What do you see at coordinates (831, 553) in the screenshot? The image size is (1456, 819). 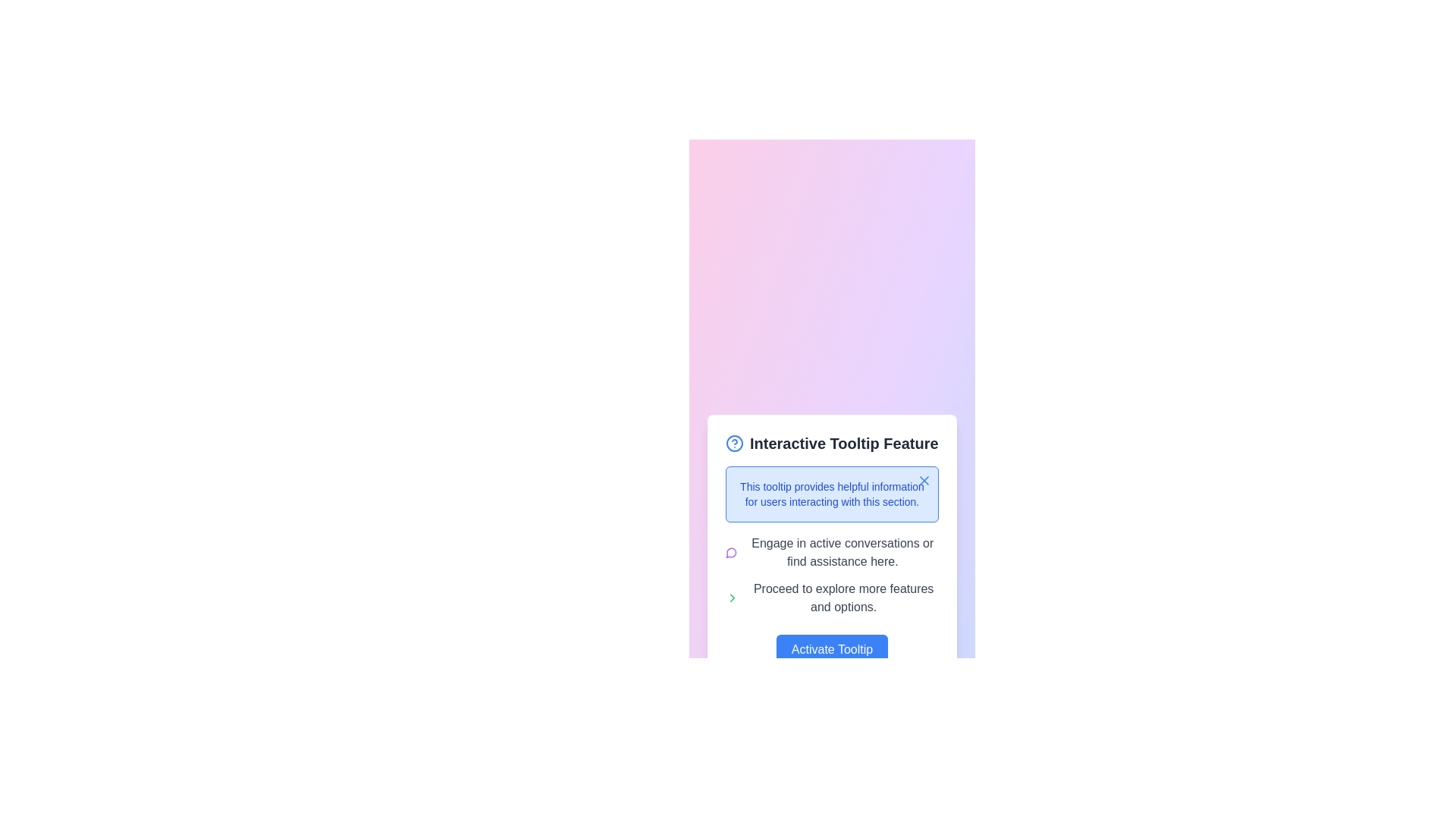 I see `the text description element that provides guidance about participating in discussions` at bounding box center [831, 553].